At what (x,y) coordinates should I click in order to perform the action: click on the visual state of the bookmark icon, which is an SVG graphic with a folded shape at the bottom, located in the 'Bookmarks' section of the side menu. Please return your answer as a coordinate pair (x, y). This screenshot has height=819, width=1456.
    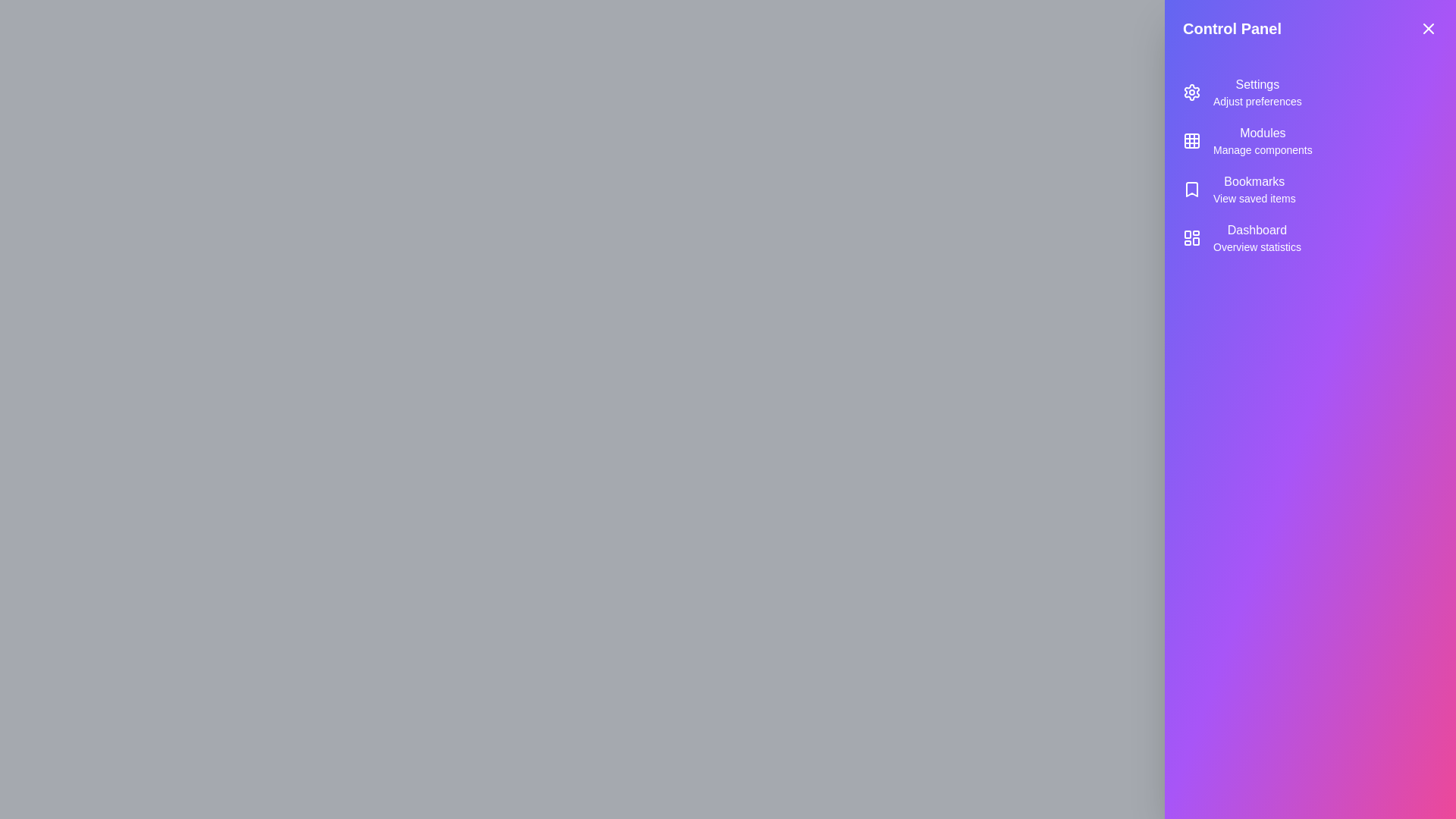
    Looking at the image, I should click on (1191, 189).